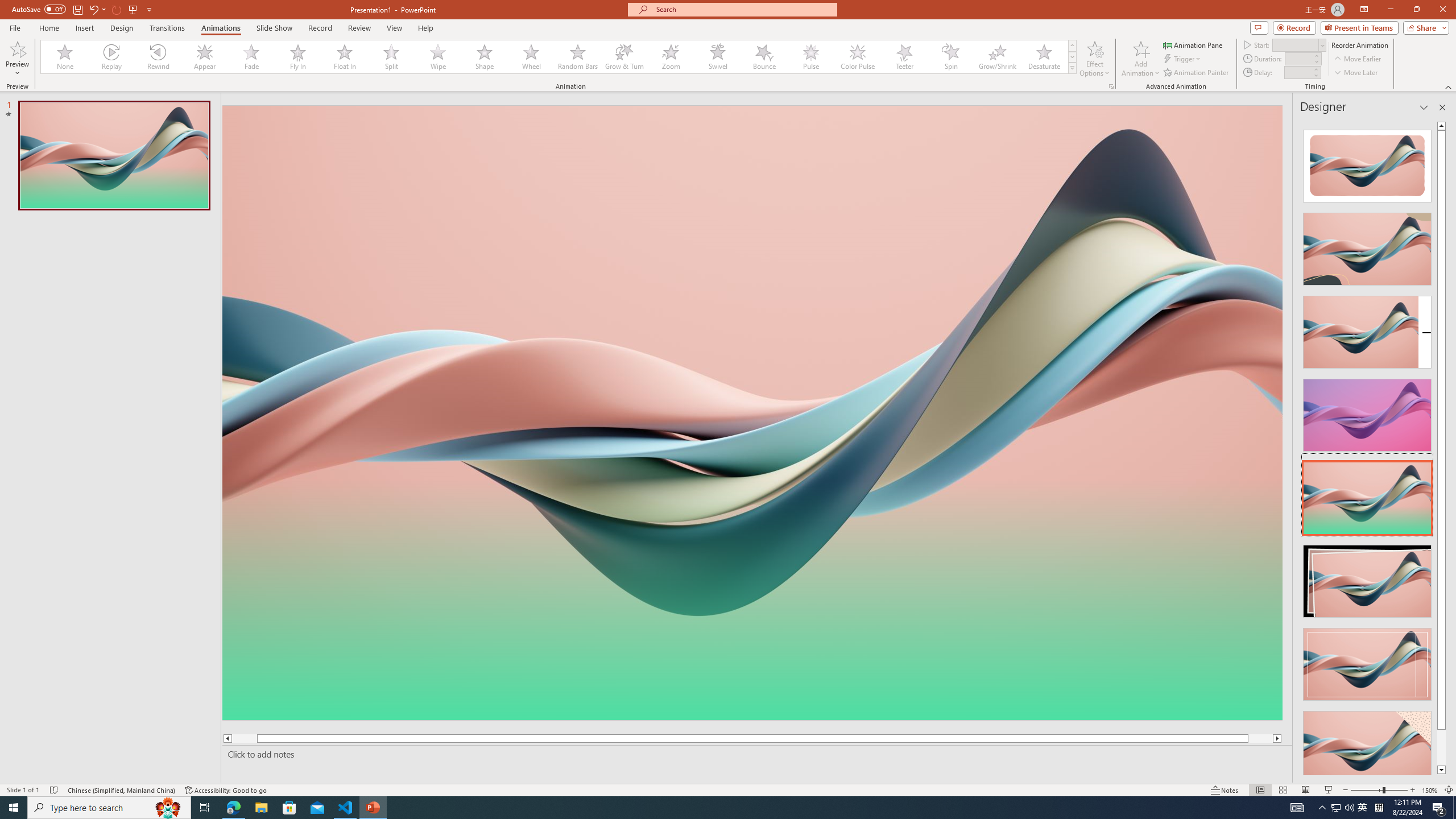 This screenshot has height=819, width=1456. What do you see at coordinates (810, 56) in the screenshot?
I see `'Pulse'` at bounding box center [810, 56].